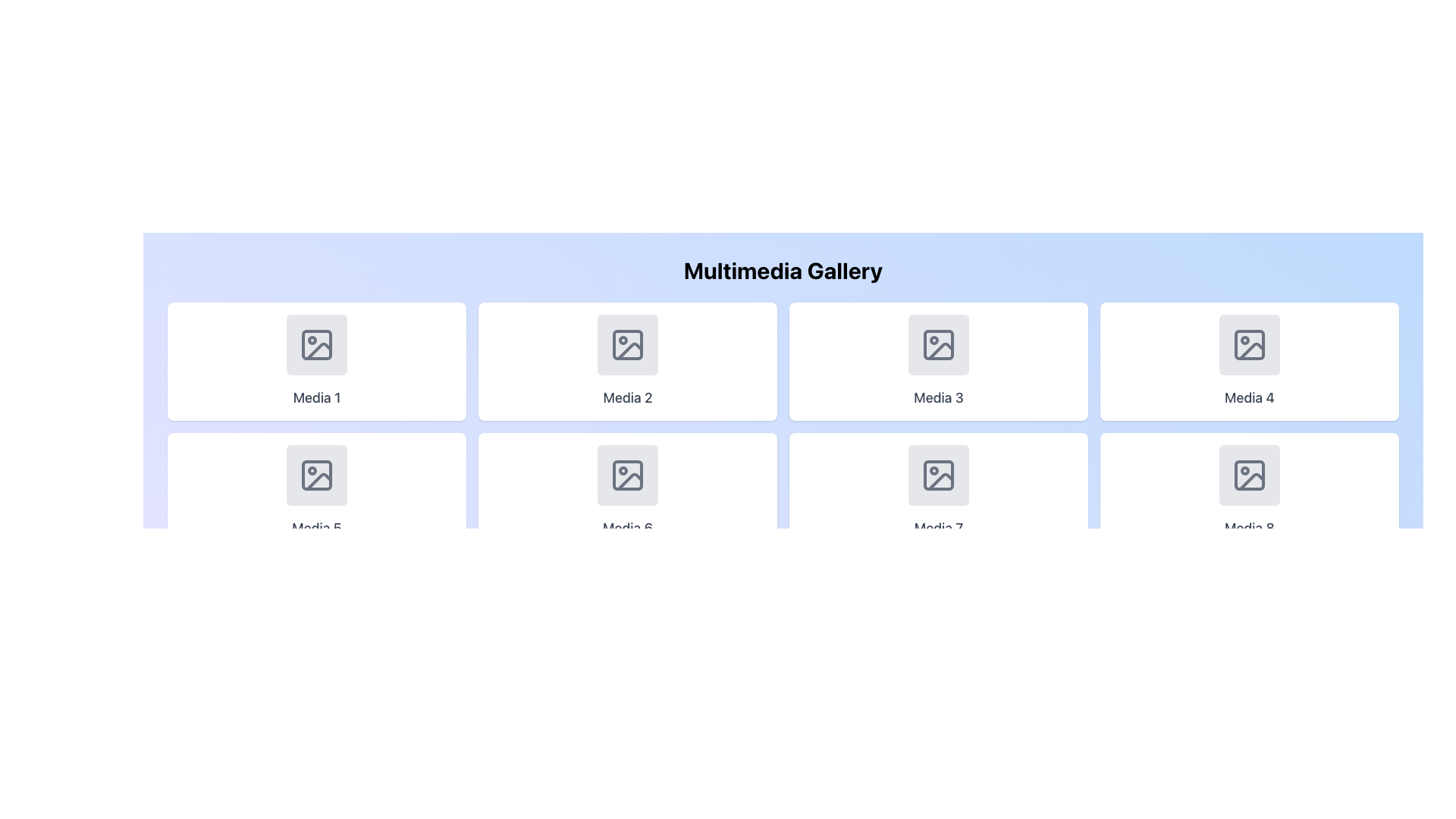  Describe the element at coordinates (315, 475) in the screenshot. I see `the small rectangular shape with rounded corners within the icon representing a placeholder for an image in the 'Media 5' tile` at that location.